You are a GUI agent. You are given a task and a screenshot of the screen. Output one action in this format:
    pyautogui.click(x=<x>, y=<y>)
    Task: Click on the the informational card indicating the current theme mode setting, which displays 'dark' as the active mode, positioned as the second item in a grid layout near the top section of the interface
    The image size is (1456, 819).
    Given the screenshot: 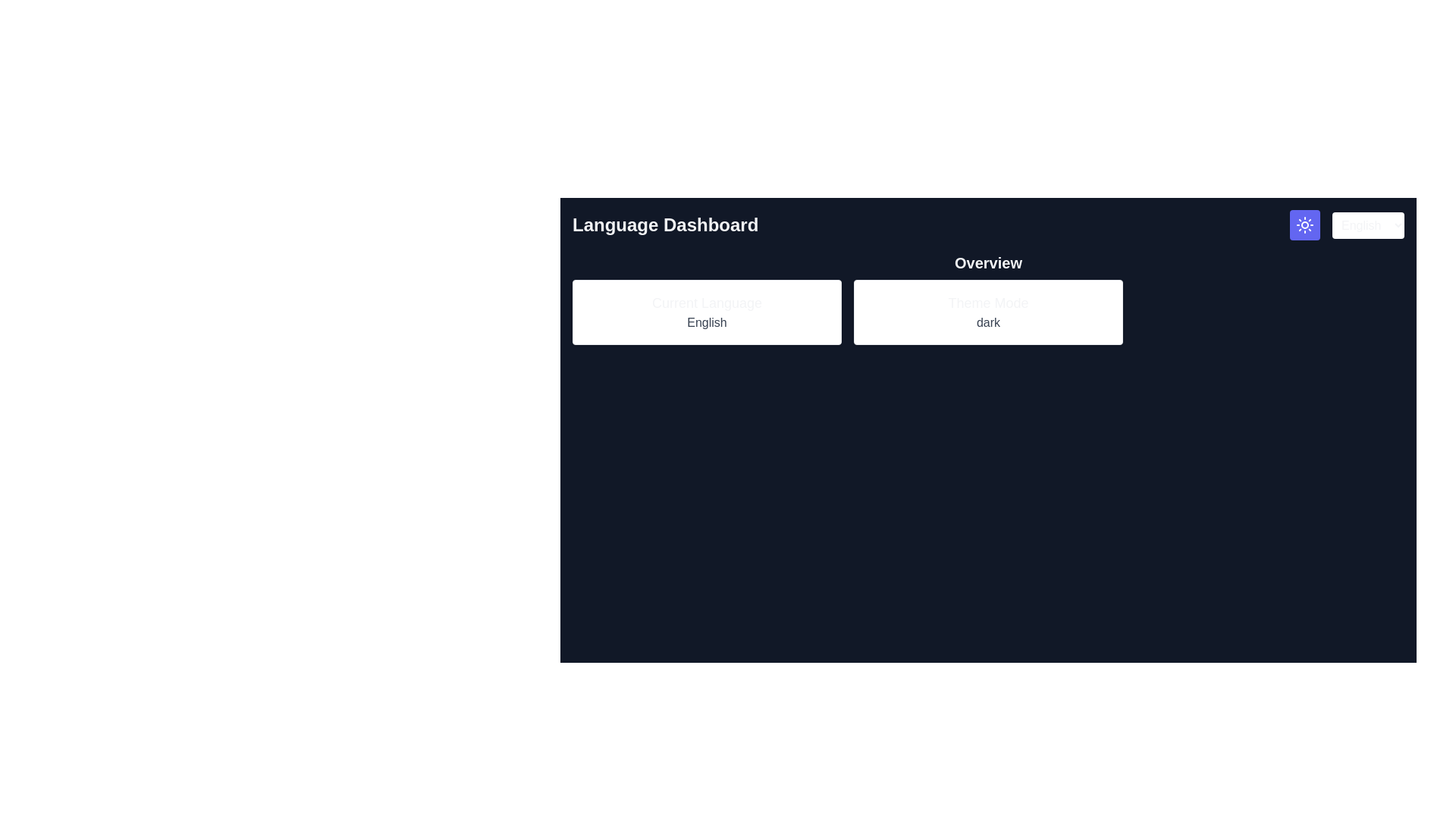 What is the action you would take?
    pyautogui.click(x=988, y=312)
    